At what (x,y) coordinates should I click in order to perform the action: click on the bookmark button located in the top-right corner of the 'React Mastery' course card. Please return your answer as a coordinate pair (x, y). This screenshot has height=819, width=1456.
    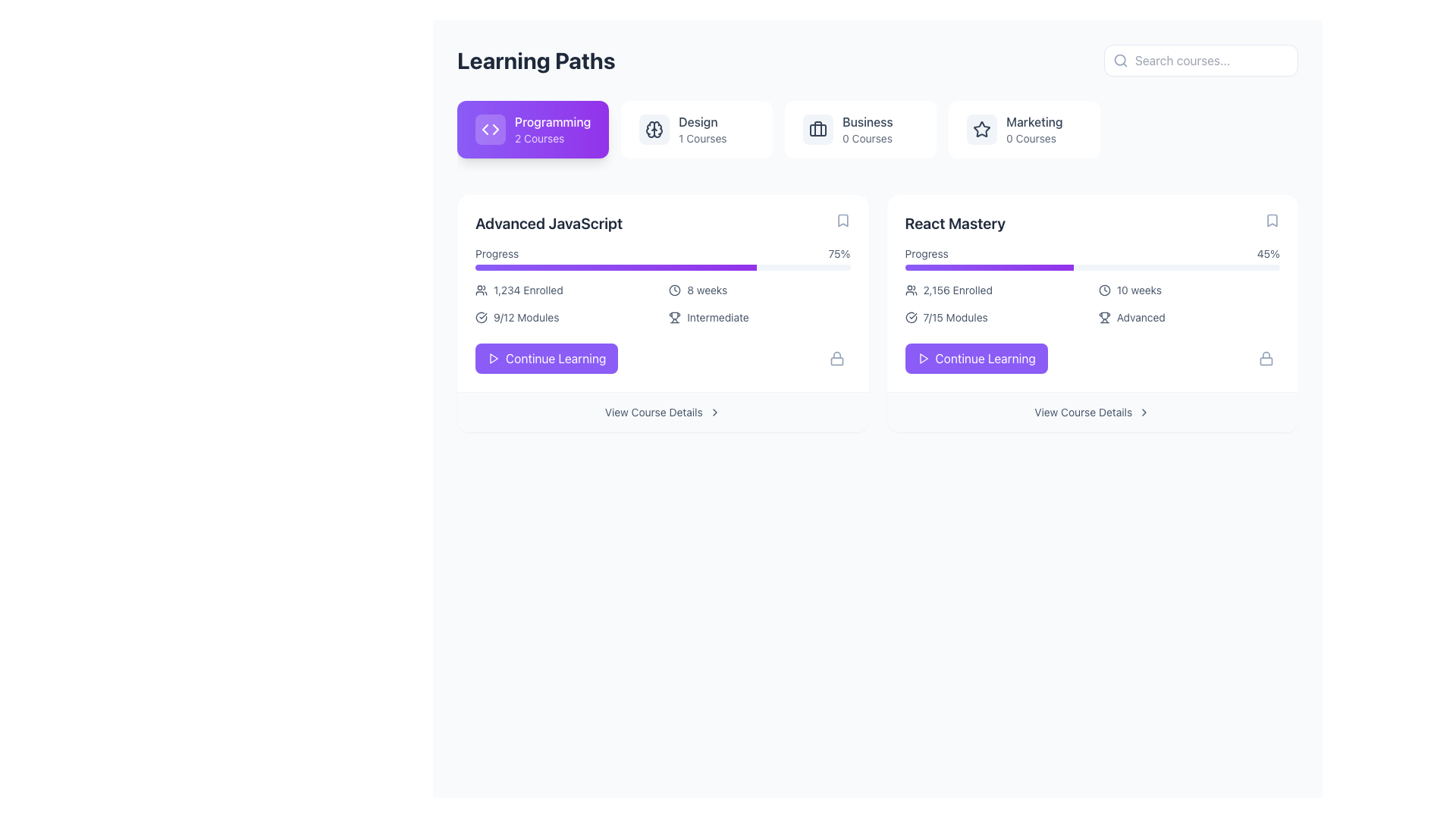
    Looking at the image, I should click on (1272, 220).